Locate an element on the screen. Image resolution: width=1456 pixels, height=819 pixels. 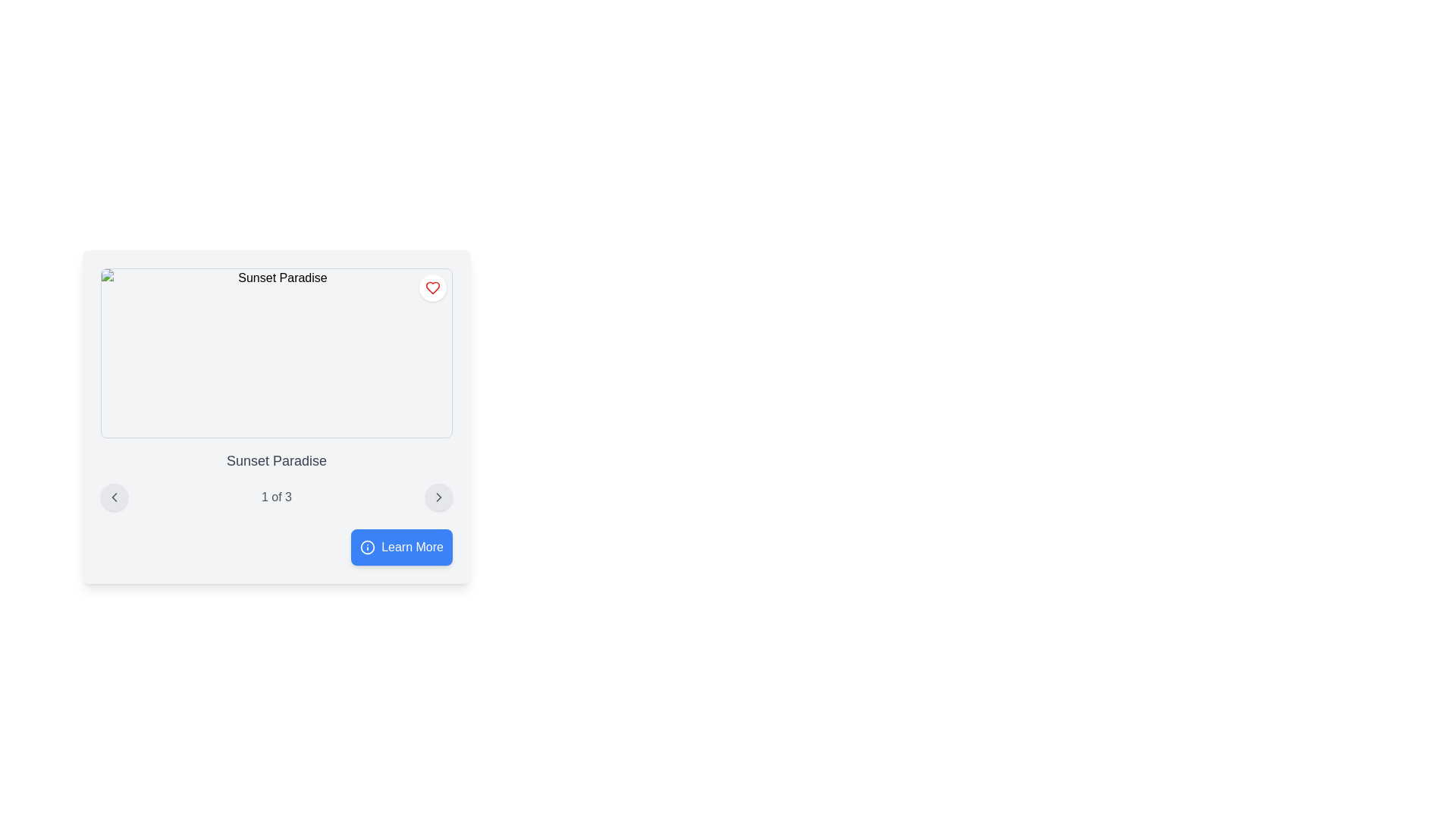
the 'Learn More' text label within the button is located at coordinates (412, 547).